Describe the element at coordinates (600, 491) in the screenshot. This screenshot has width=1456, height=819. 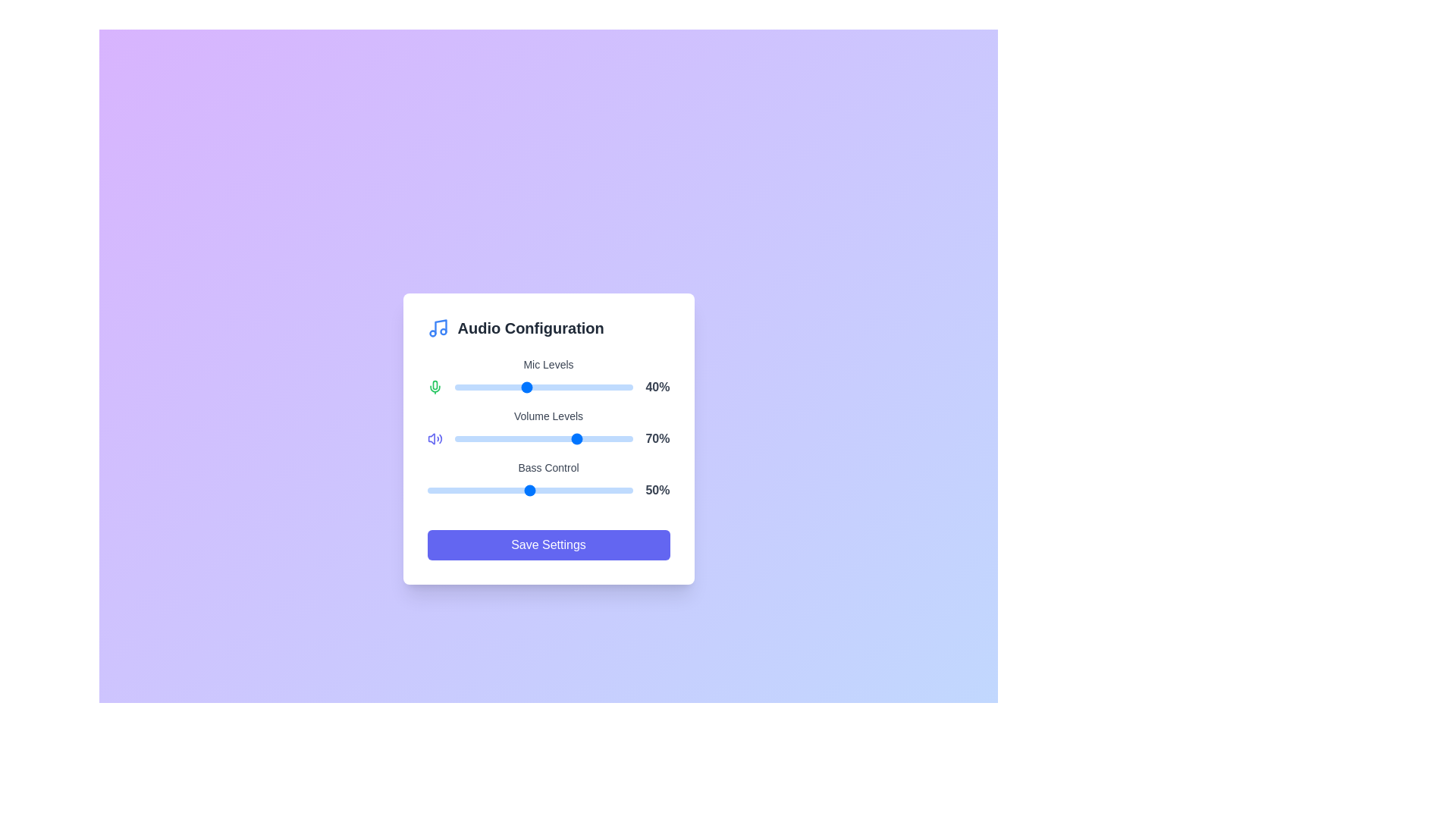
I see `the Bass Control slider to 84% by dragging the slider` at that location.